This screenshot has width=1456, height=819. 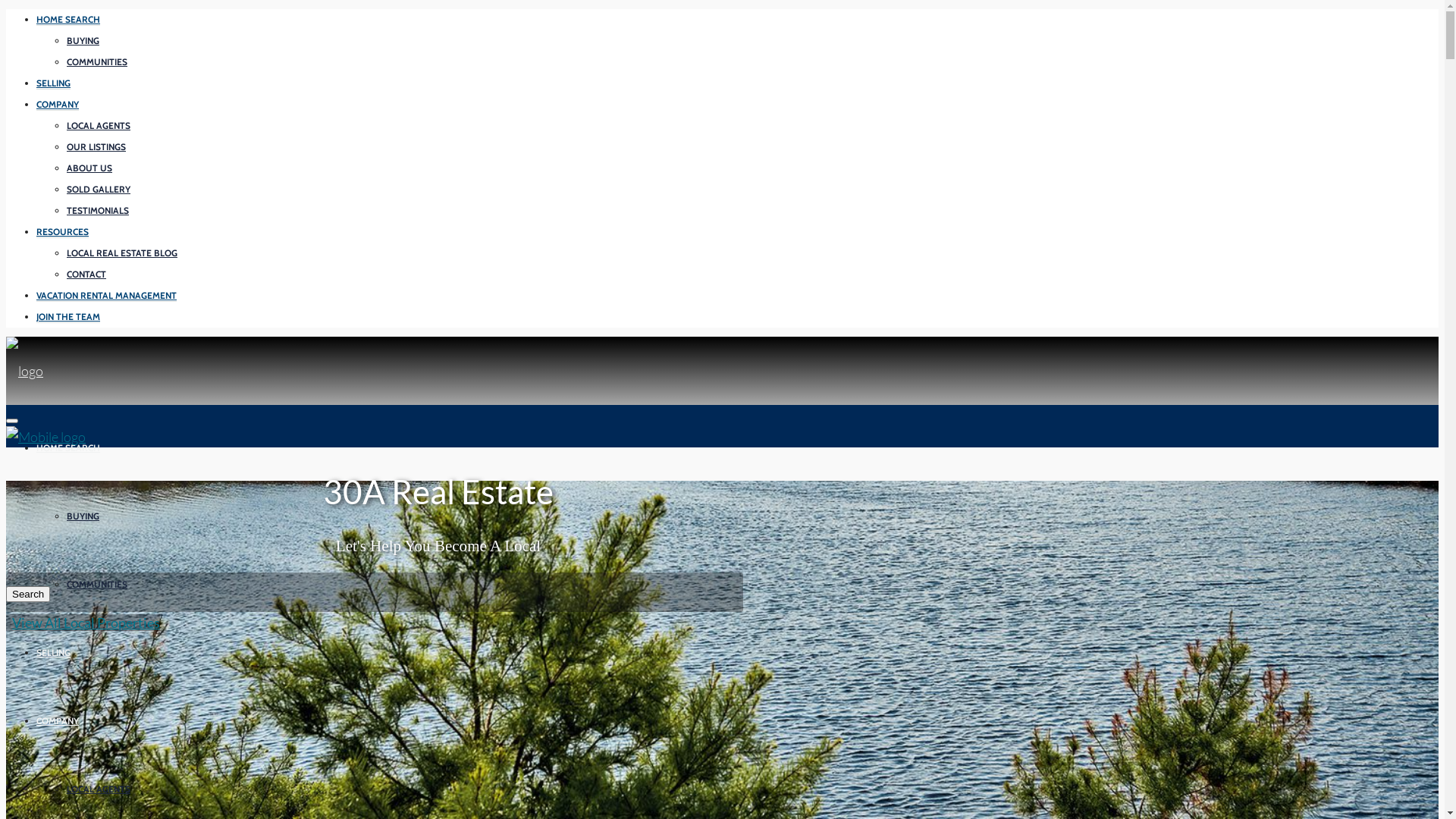 What do you see at coordinates (36, 83) in the screenshot?
I see `'SELLING'` at bounding box center [36, 83].